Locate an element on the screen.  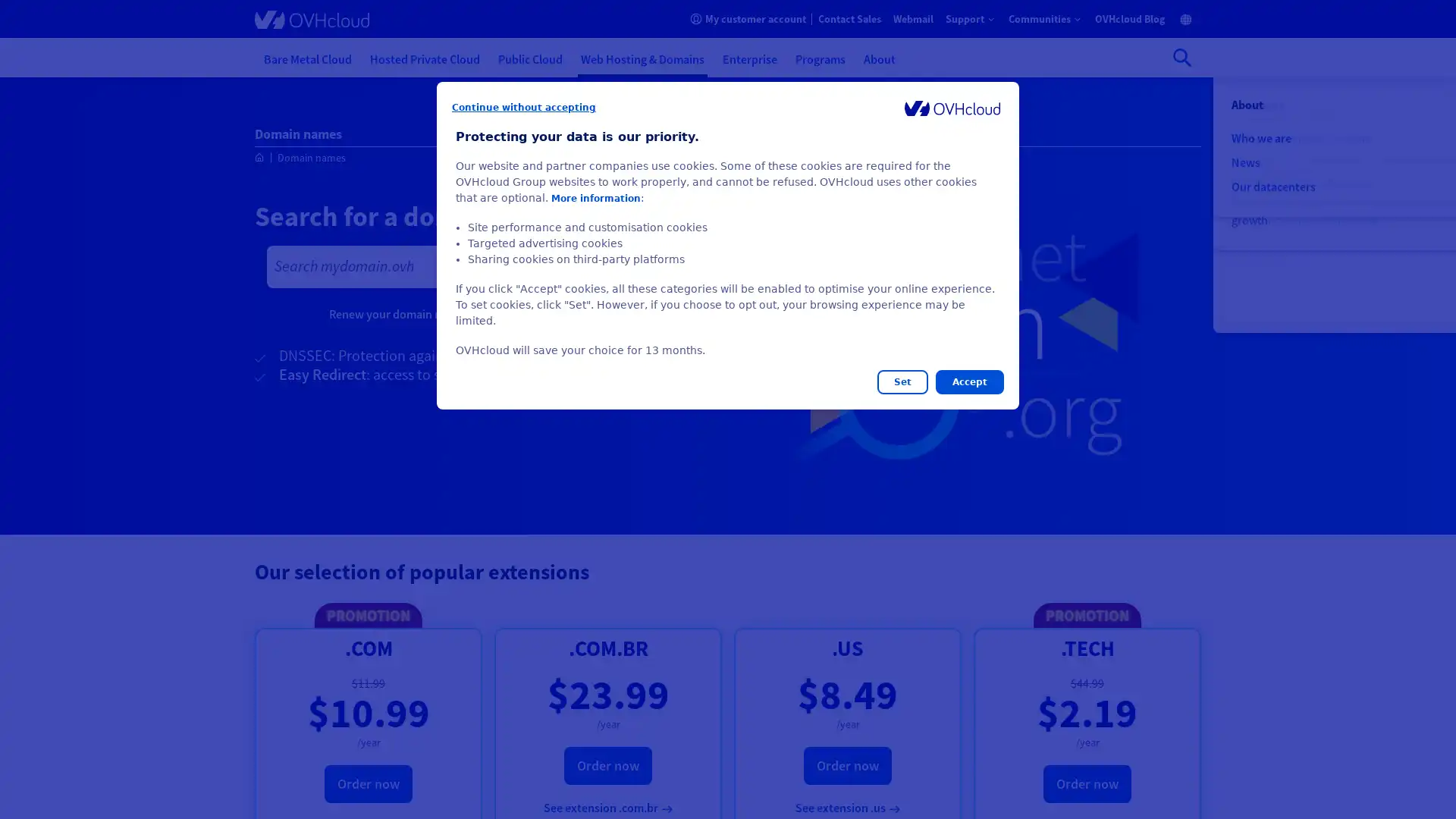
Set is located at coordinates (902, 381).